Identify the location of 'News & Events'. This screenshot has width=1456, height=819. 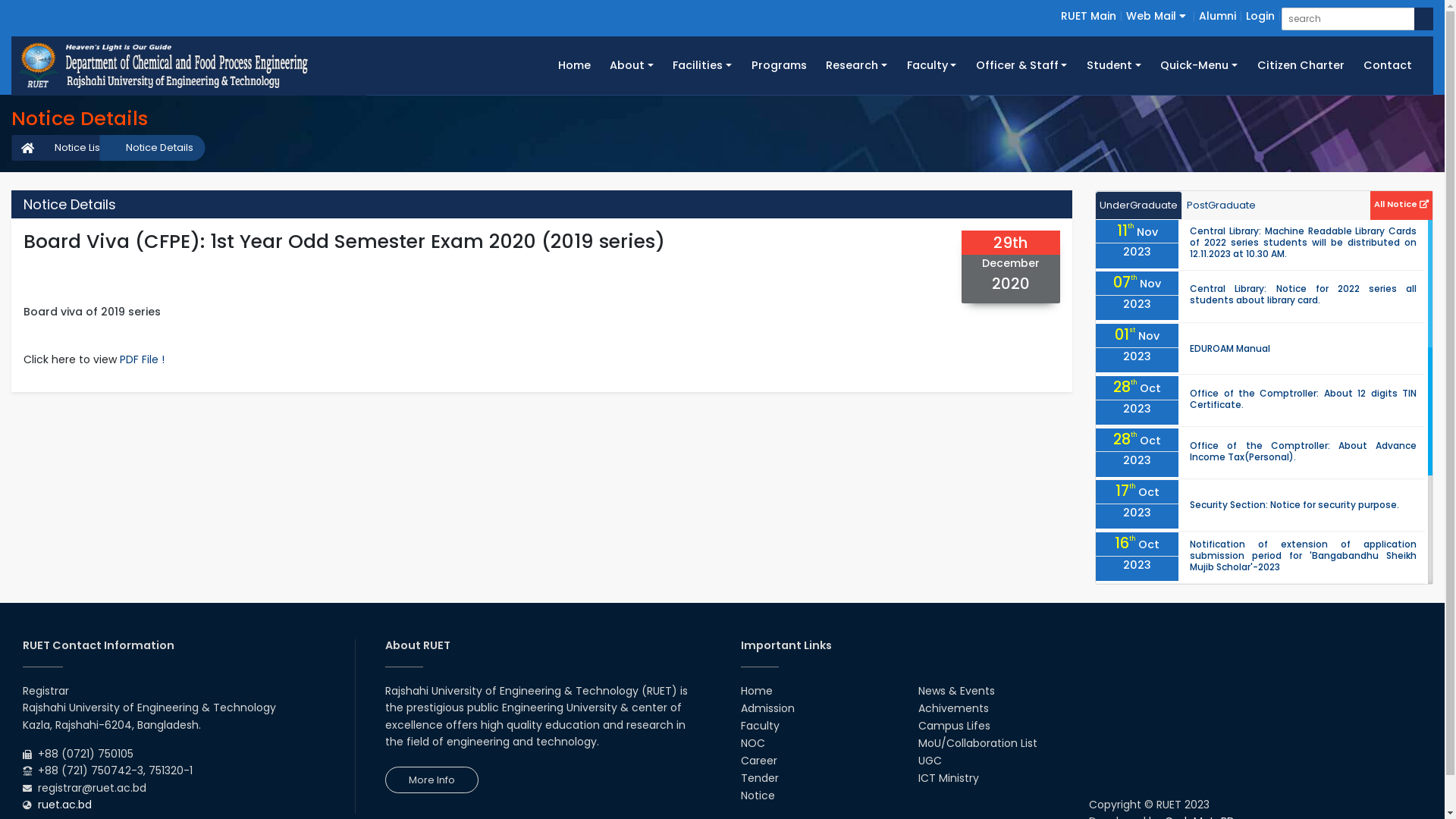
(955, 690).